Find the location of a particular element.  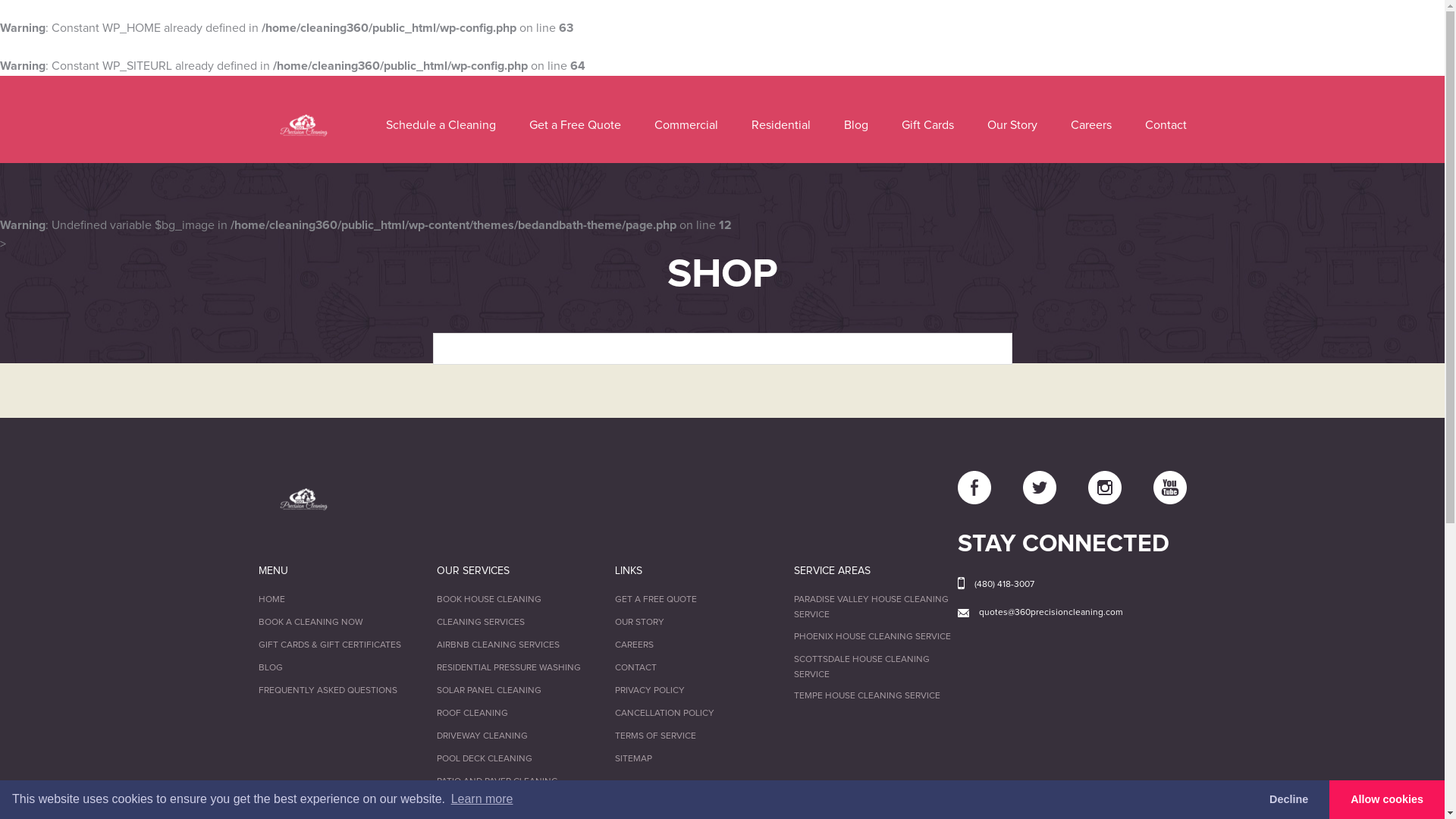

'AIRBNB CLEANING SERVICES' is located at coordinates (436, 645).